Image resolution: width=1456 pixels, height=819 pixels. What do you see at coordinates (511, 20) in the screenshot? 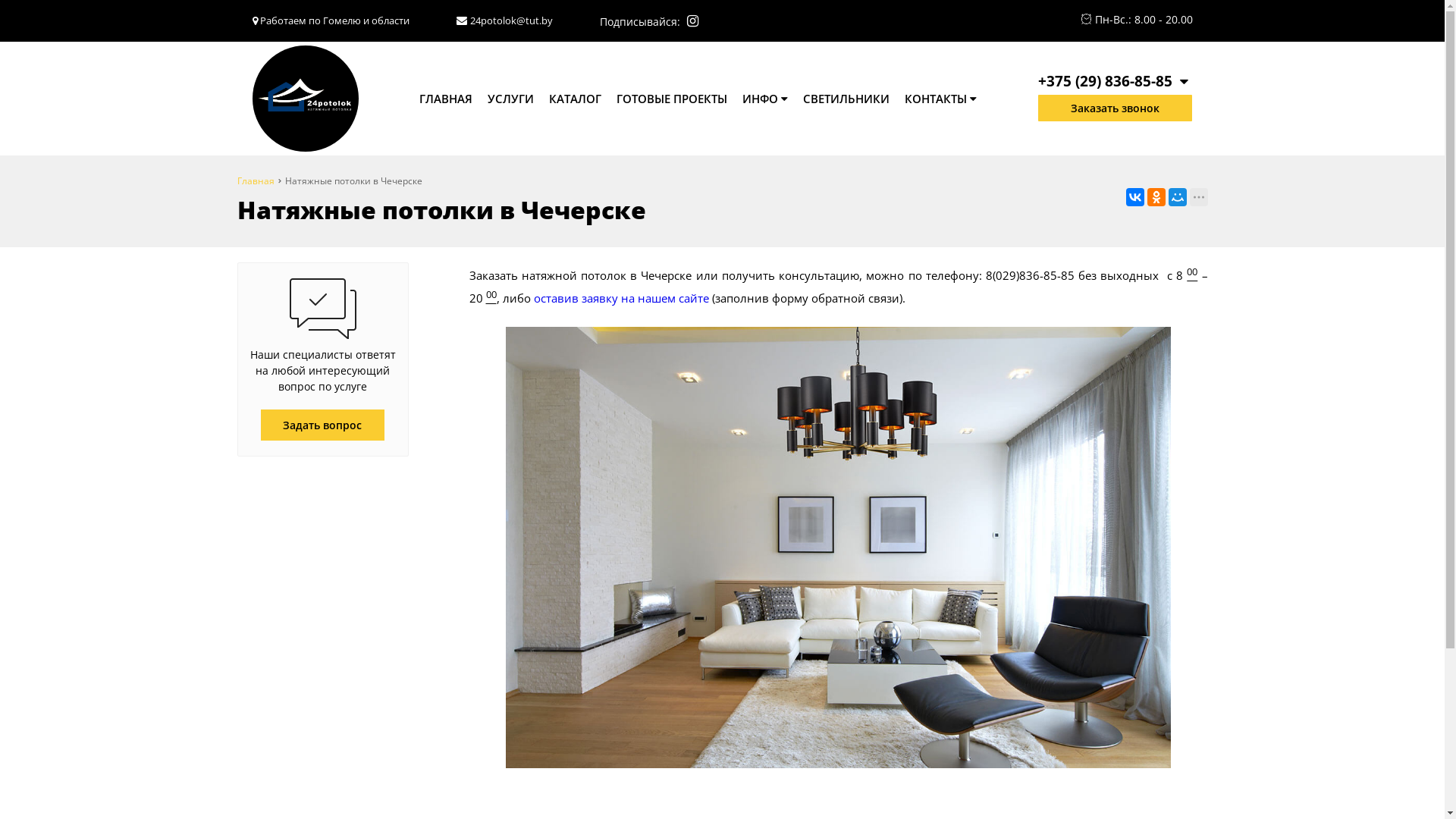
I see `'24potolok@tut.by'` at bounding box center [511, 20].